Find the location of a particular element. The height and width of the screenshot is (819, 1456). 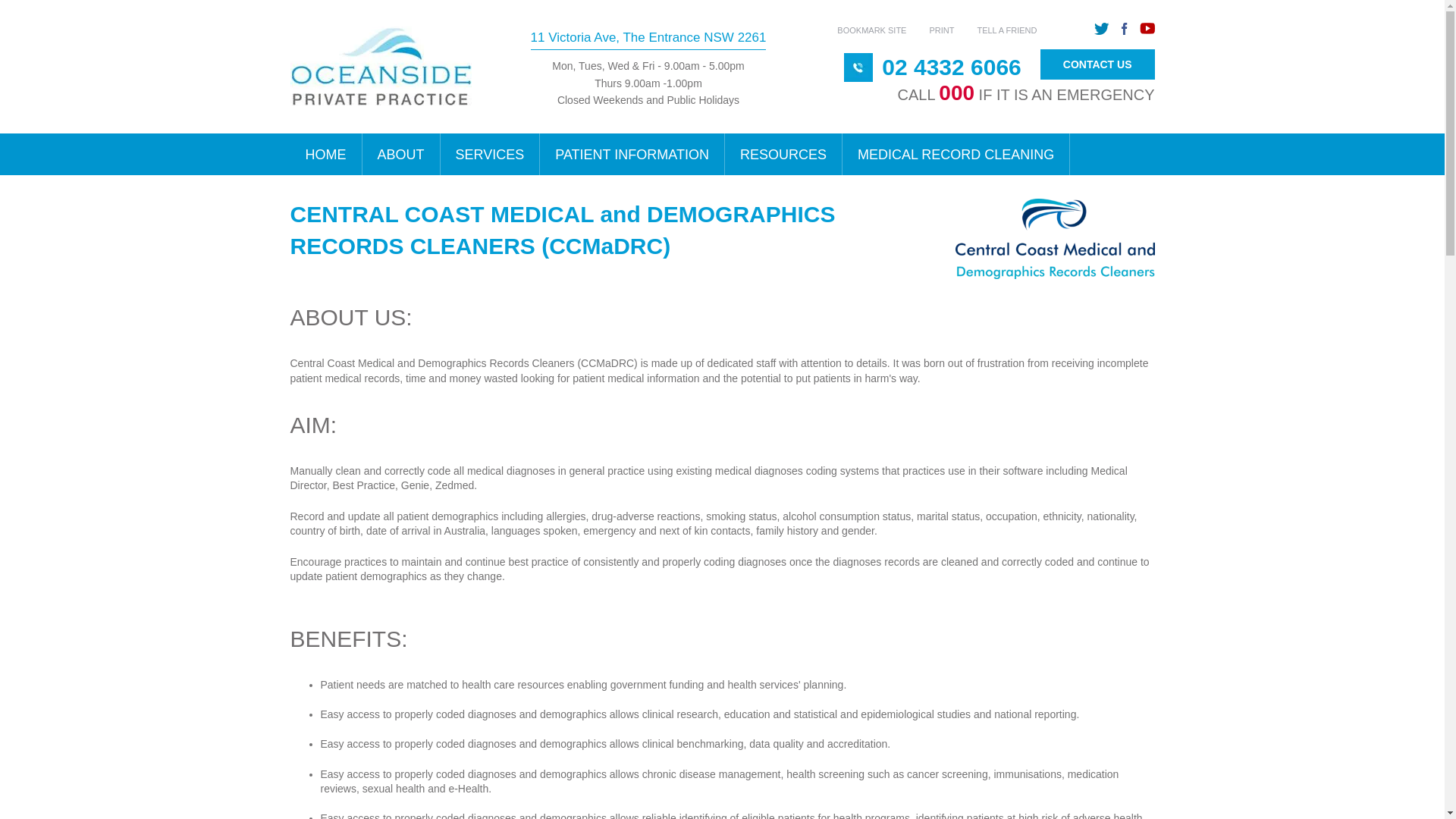

'HOME' is located at coordinates (325, 154).